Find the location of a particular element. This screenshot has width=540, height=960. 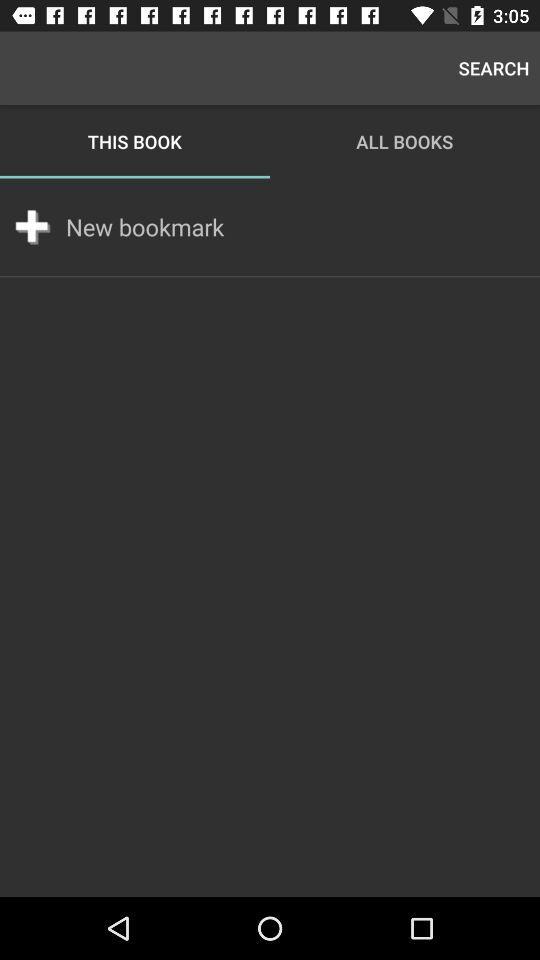

the new bookmark item is located at coordinates (144, 227).